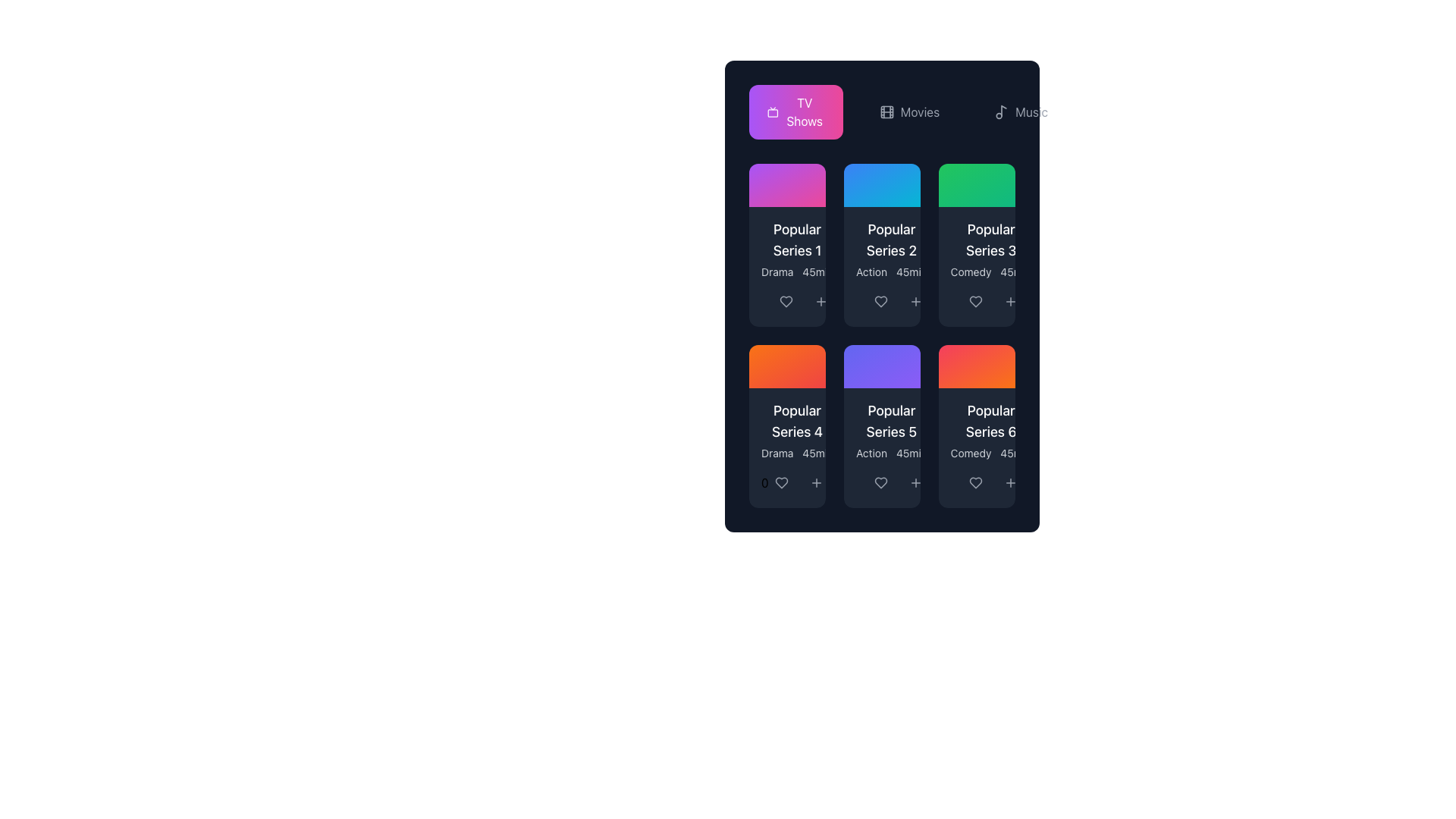 This screenshot has height=819, width=1456. I want to click on the 'TV Shows' button, which is the first button in the top navigation area, so click(804, 111).